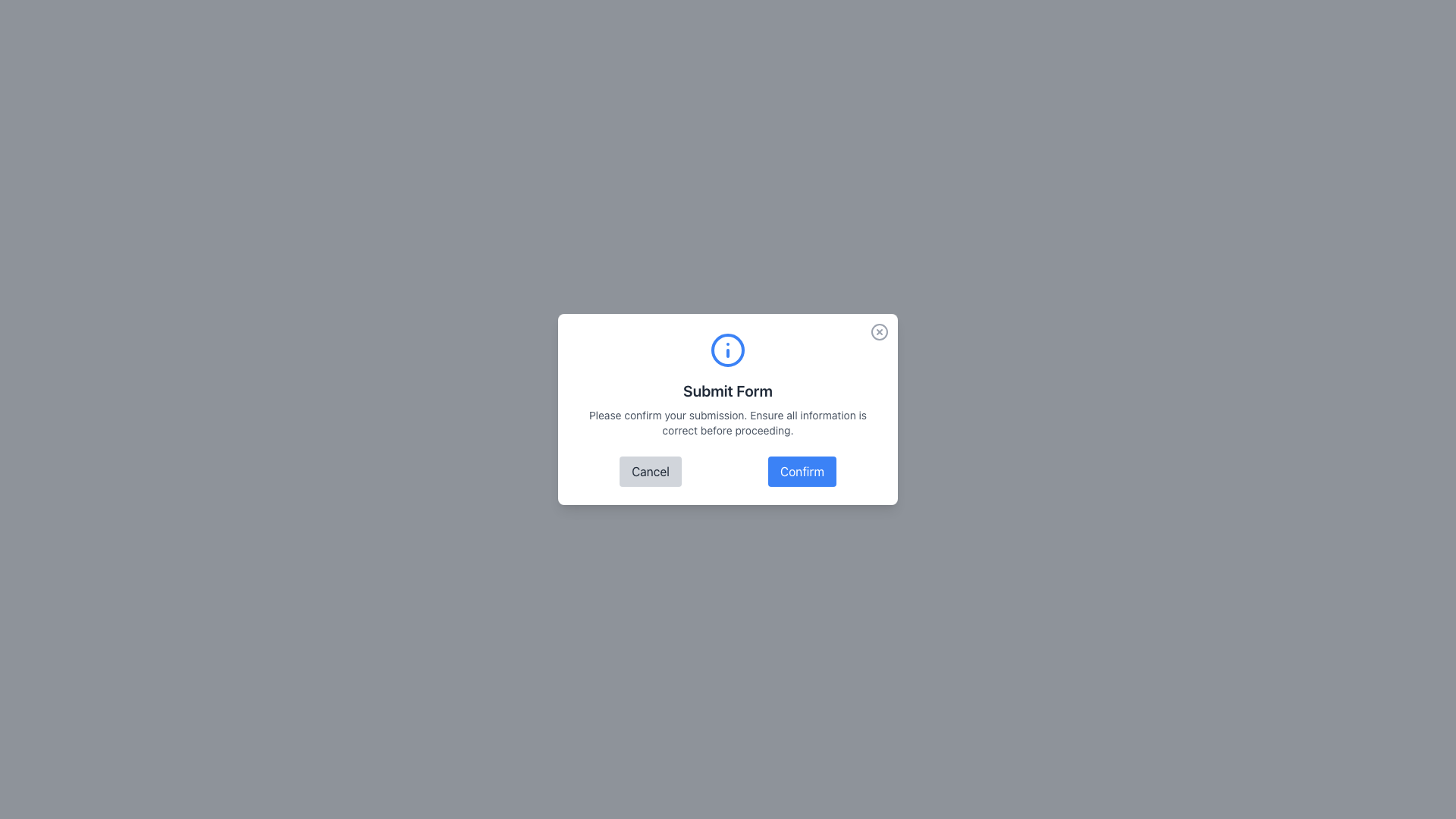 The width and height of the screenshot is (1456, 819). What do you see at coordinates (728, 350) in the screenshot?
I see `the blue outline circle of the informational icon located at the top of the 'Submit Form' modal` at bounding box center [728, 350].